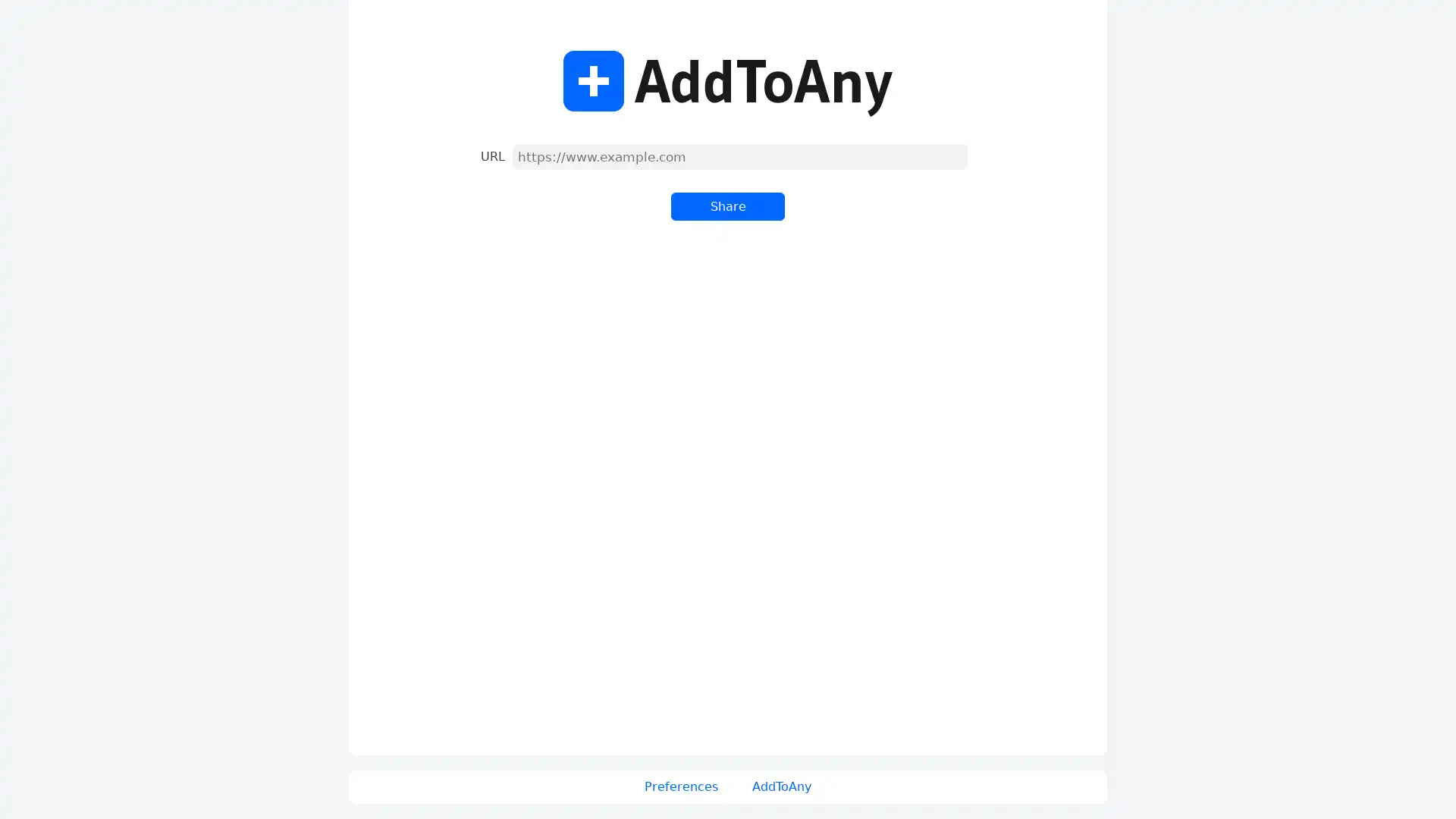 The image size is (1456, 819). I want to click on Share, so click(728, 206).